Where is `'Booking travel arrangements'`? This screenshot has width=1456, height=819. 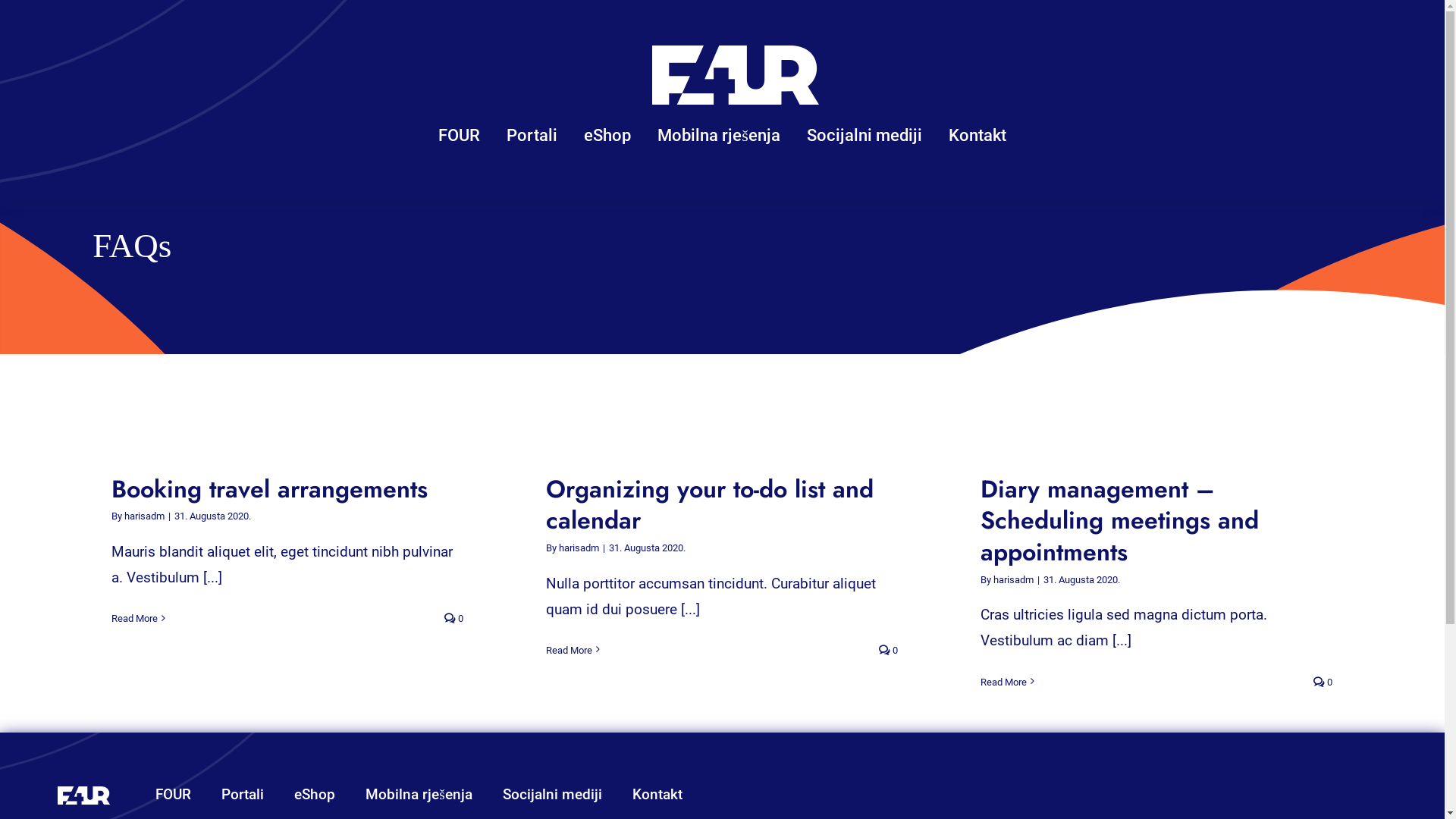
'Booking travel arrangements' is located at coordinates (269, 488).